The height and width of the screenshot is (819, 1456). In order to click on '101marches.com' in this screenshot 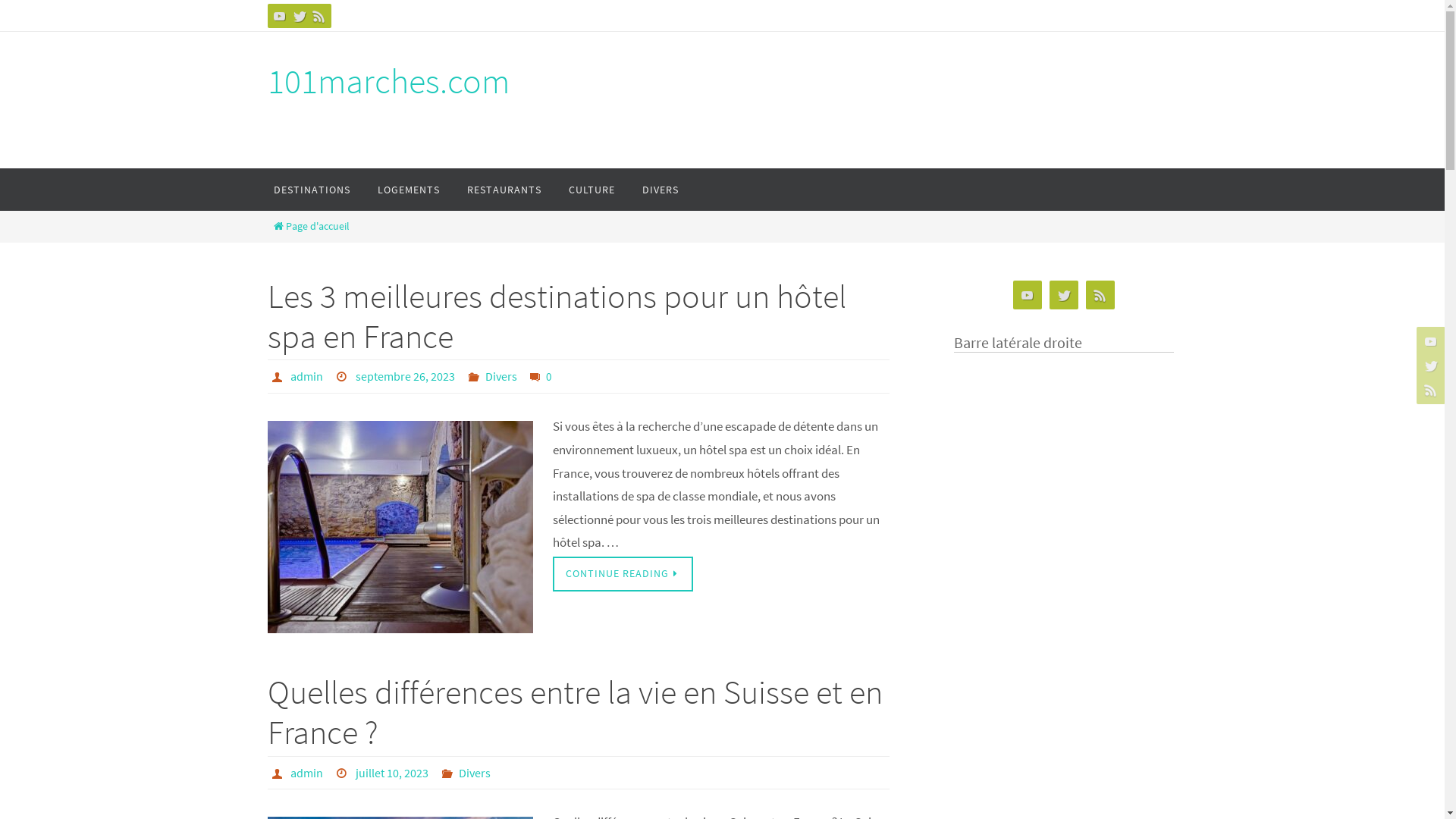, I will do `click(388, 81)`.